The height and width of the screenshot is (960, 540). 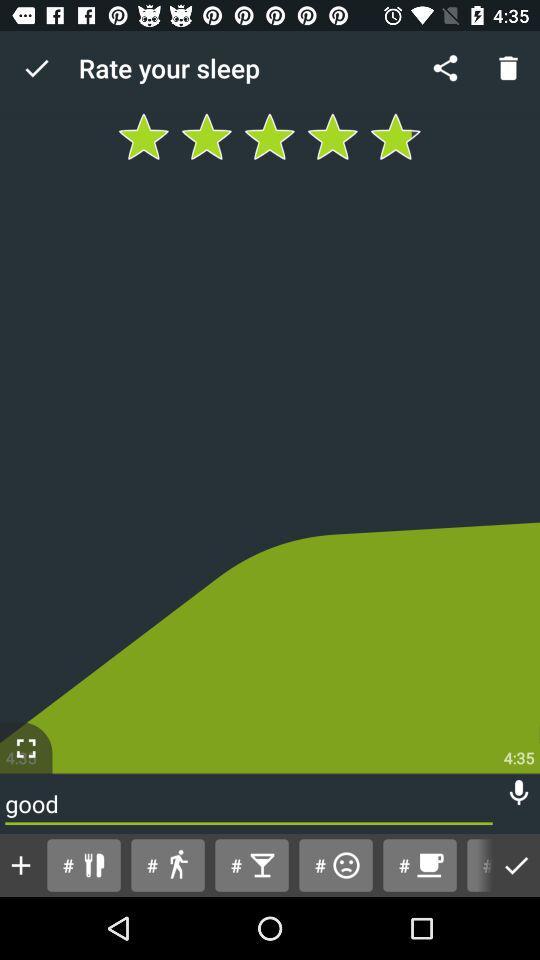 What do you see at coordinates (476, 864) in the screenshot?
I see `# button` at bounding box center [476, 864].